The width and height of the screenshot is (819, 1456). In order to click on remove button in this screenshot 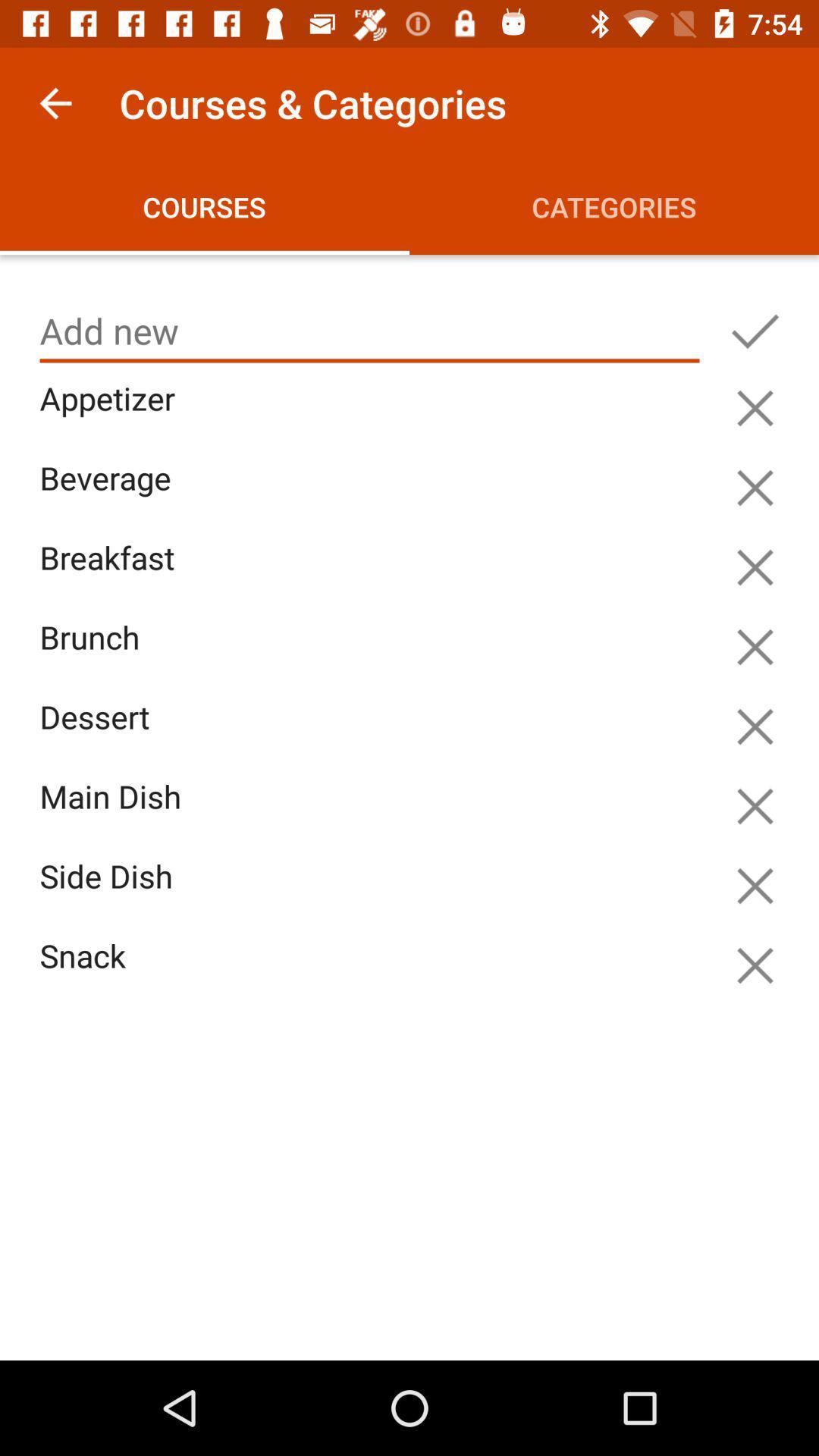, I will do `click(755, 726)`.